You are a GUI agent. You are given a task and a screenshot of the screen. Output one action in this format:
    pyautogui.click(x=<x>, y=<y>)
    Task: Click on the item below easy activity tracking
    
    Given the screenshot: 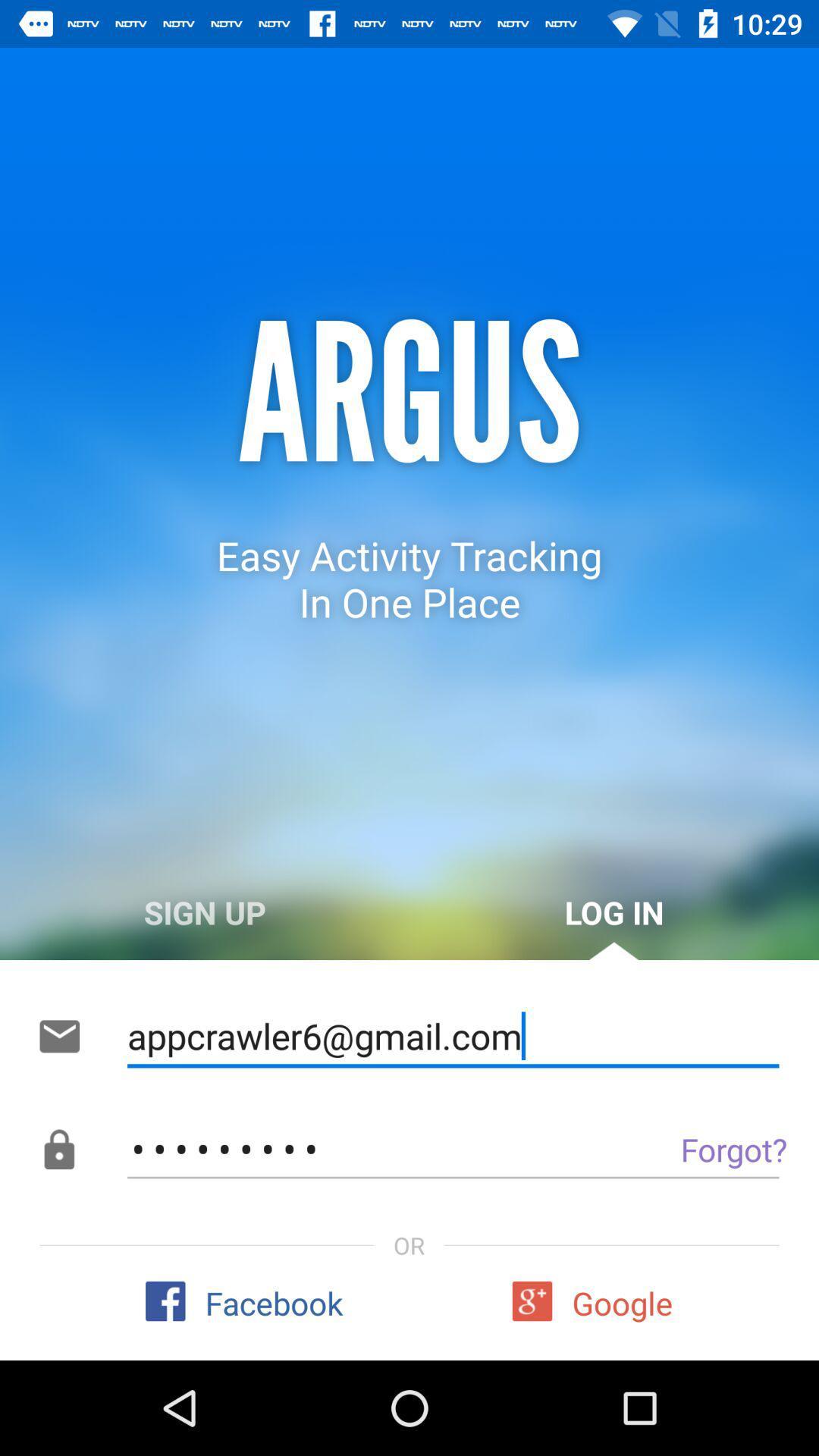 What is the action you would take?
    pyautogui.click(x=614, y=912)
    